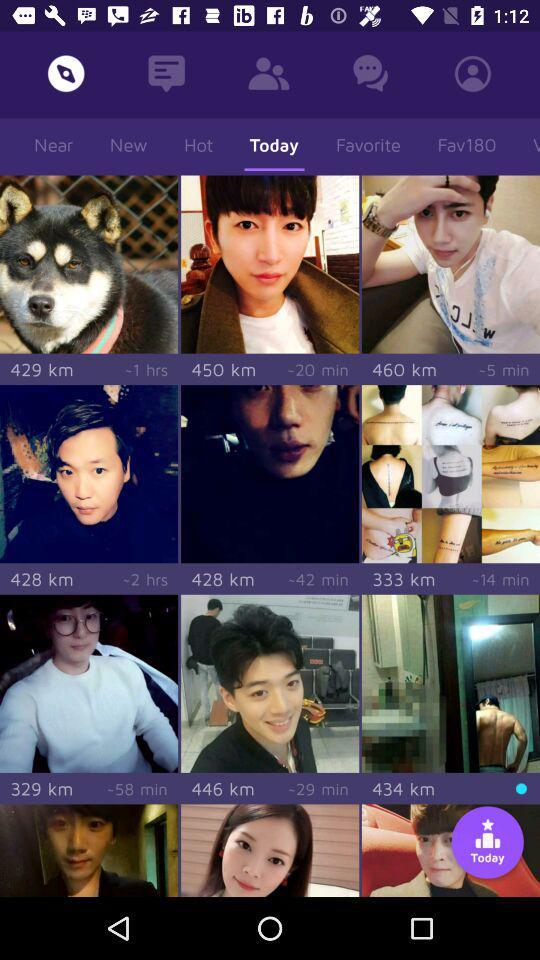  Describe the element at coordinates (451, 849) in the screenshot. I see `the image which is last` at that location.